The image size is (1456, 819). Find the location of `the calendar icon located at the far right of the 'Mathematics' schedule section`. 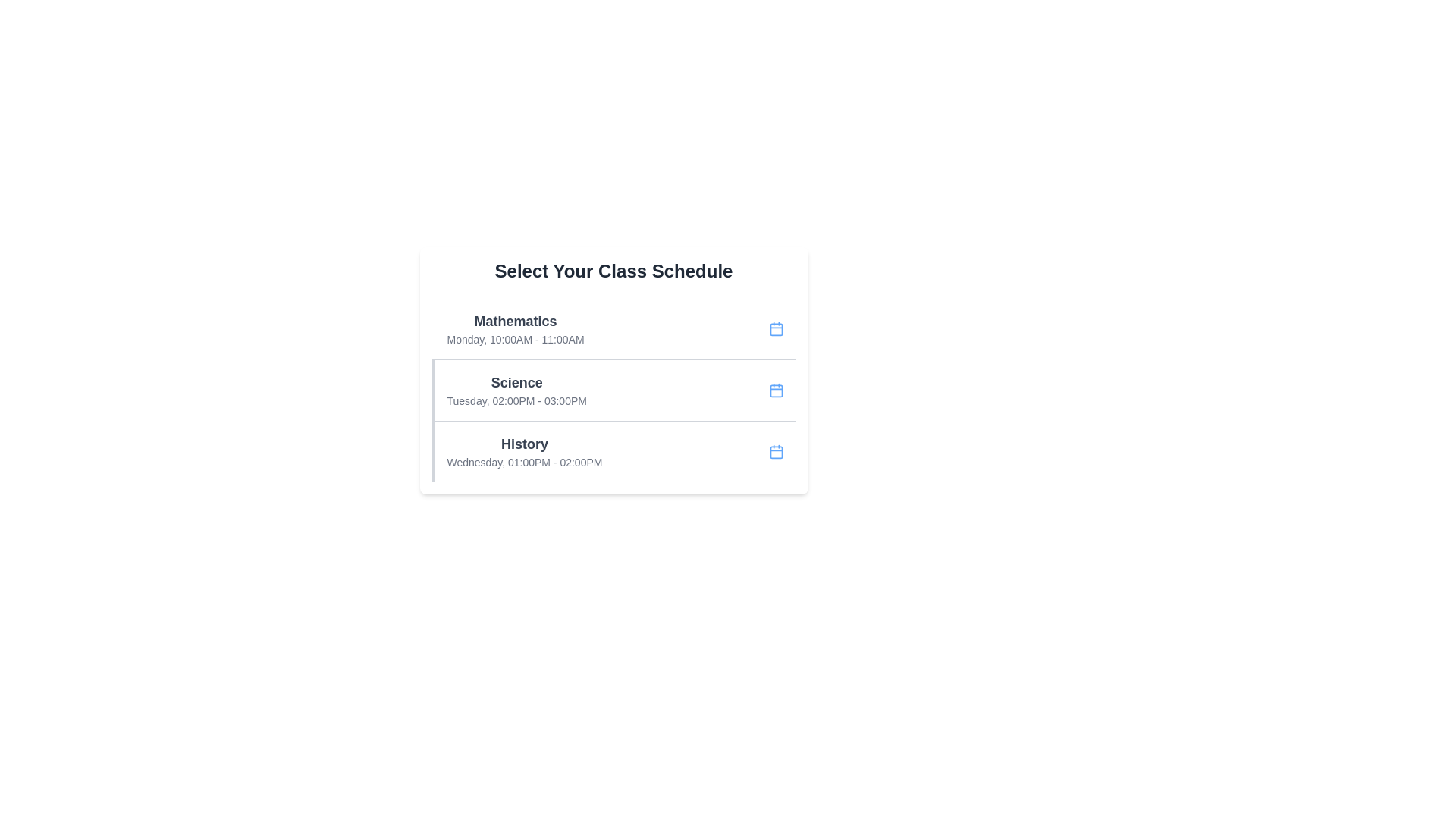

the calendar icon located at the far right of the 'Mathematics' schedule section is located at coordinates (776, 328).